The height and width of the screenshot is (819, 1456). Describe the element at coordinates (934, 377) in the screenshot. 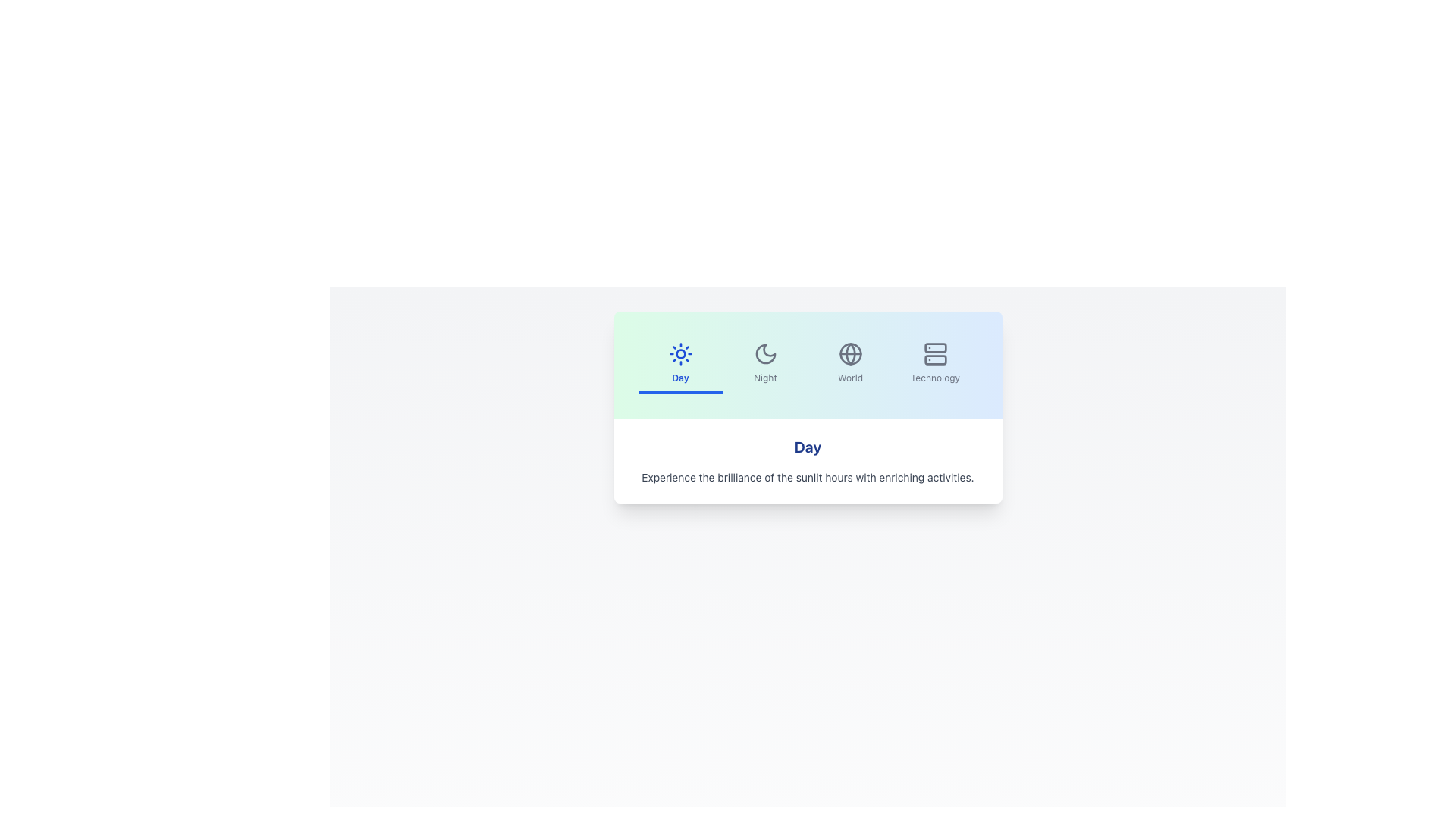

I see `the text label displaying the word 'Technology', which is located below a server icon in the top-right section of the navigation bar` at that location.